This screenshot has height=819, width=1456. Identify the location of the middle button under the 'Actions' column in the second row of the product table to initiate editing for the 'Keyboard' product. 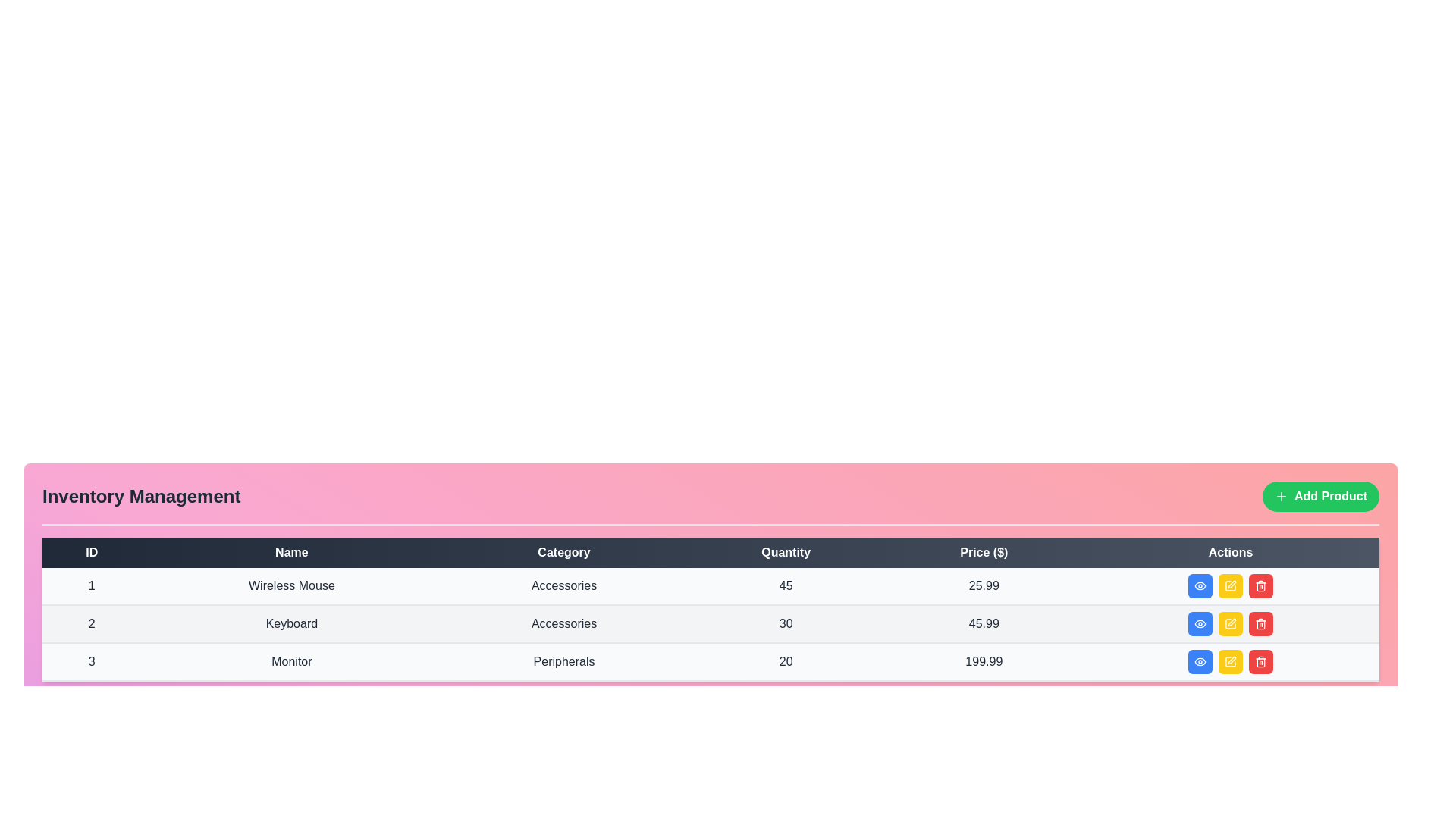
(1231, 623).